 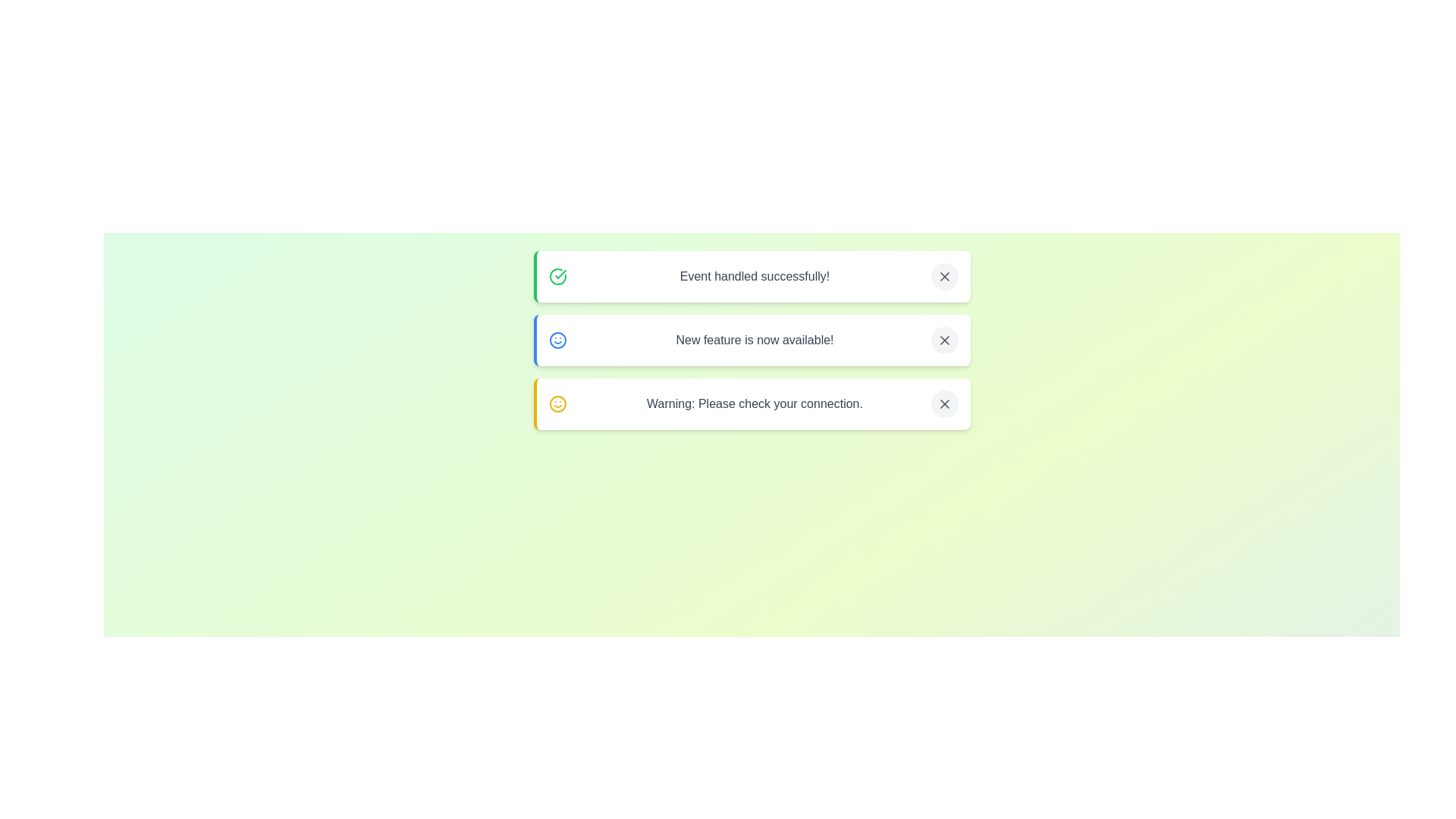 I want to click on the green checkmark icon located at the top-left corner of the first notification card, which contains the message 'Event handled successfully!', so click(x=560, y=275).